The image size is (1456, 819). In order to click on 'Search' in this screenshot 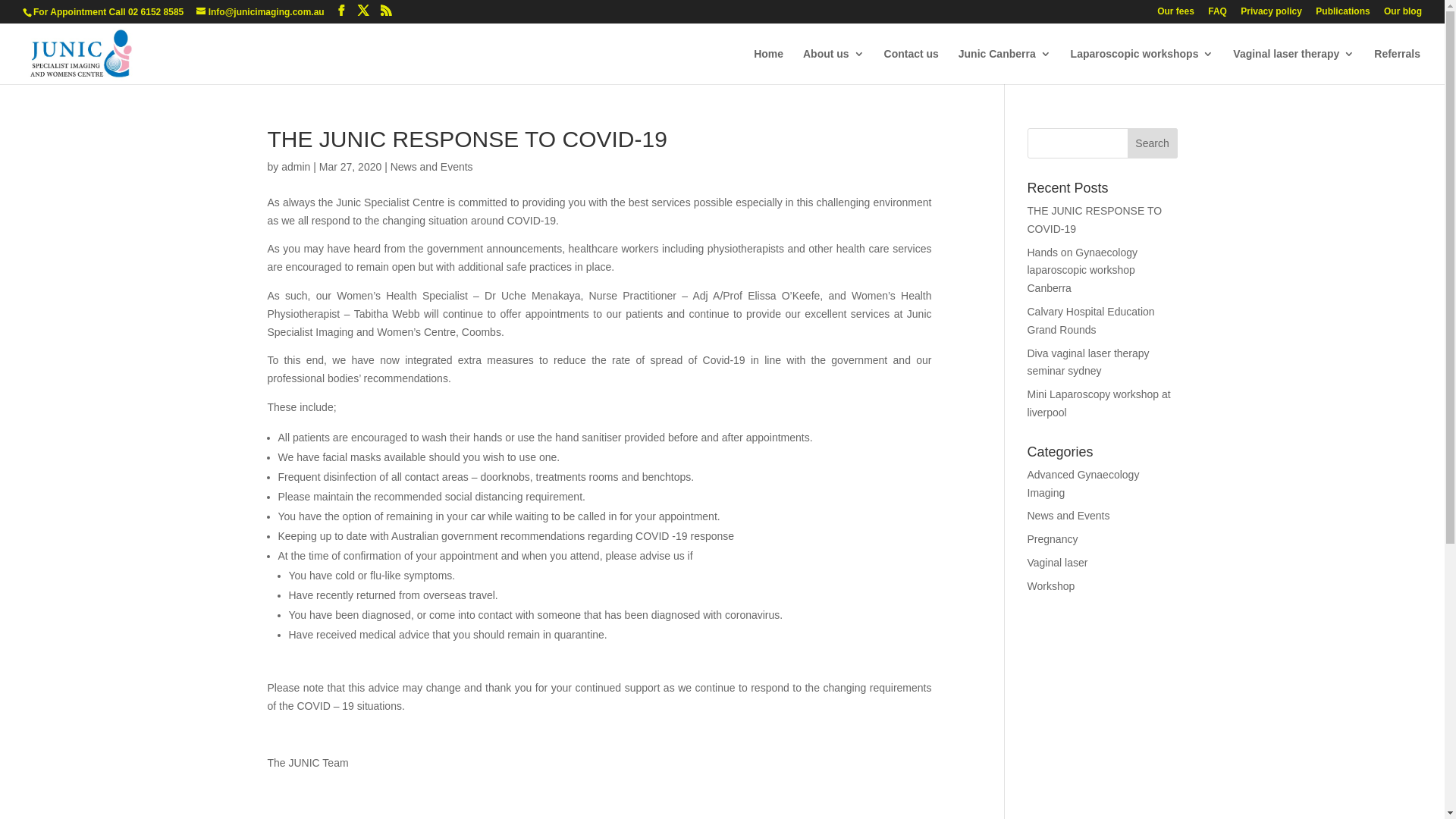, I will do `click(1153, 143)`.